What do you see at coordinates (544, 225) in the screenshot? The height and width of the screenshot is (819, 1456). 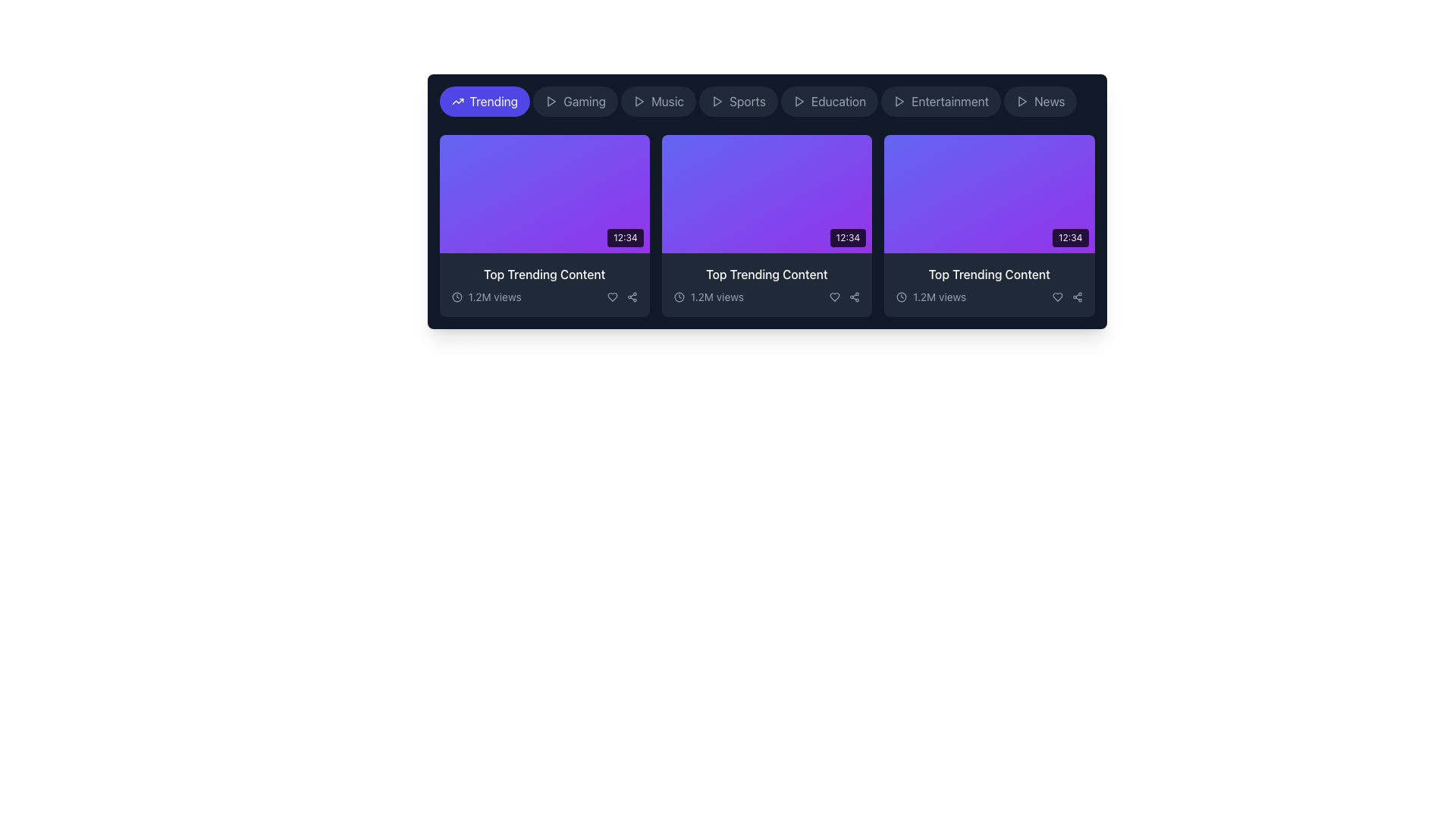 I see `the first Content card in the grid layout` at bounding box center [544, 225].